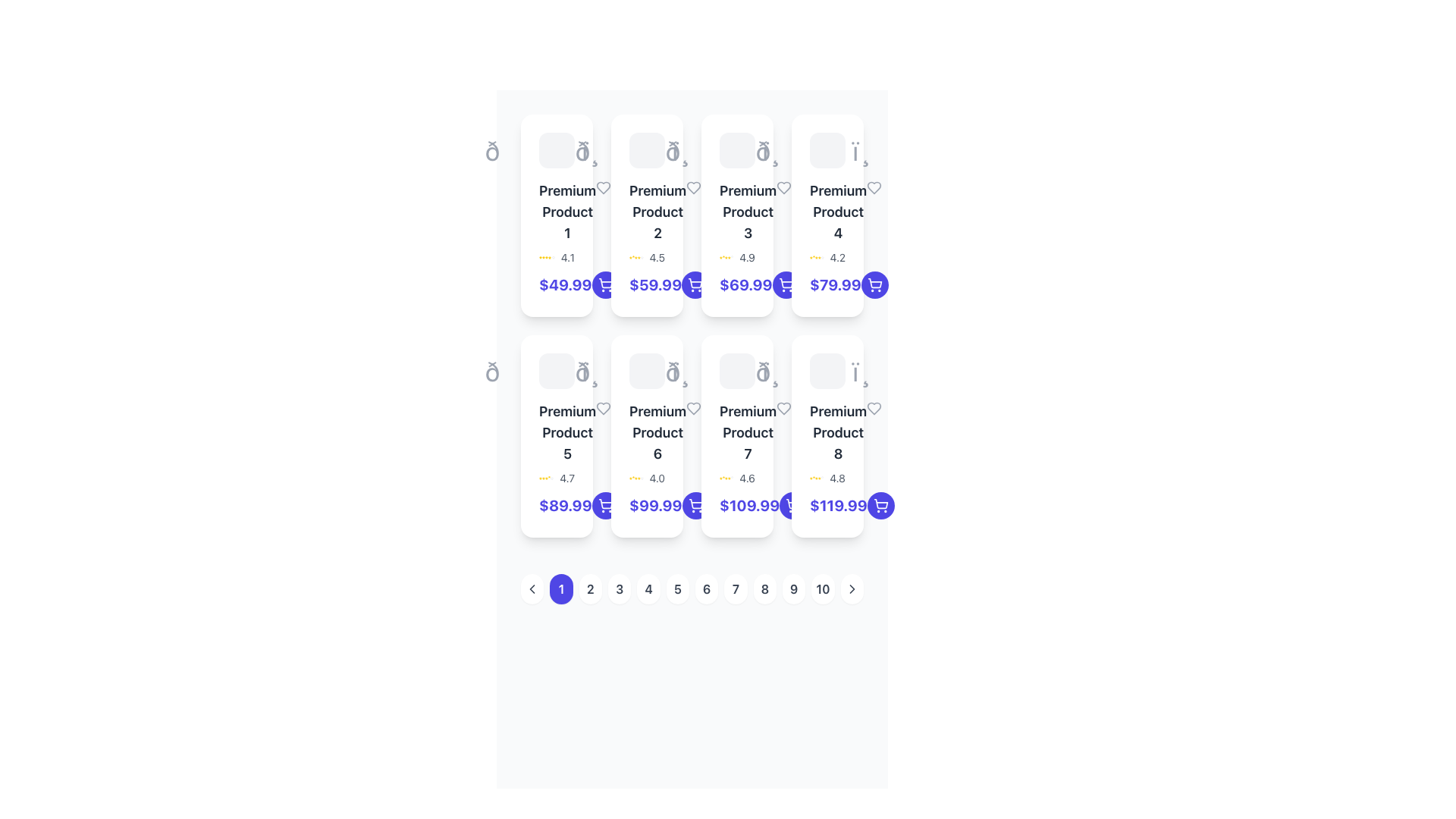 This screenshot has width=1456, height=819. I want to click on the stylized shopping cart icon located in the top-right corner of the 'Premium Product 4' card, so click(874, 283).